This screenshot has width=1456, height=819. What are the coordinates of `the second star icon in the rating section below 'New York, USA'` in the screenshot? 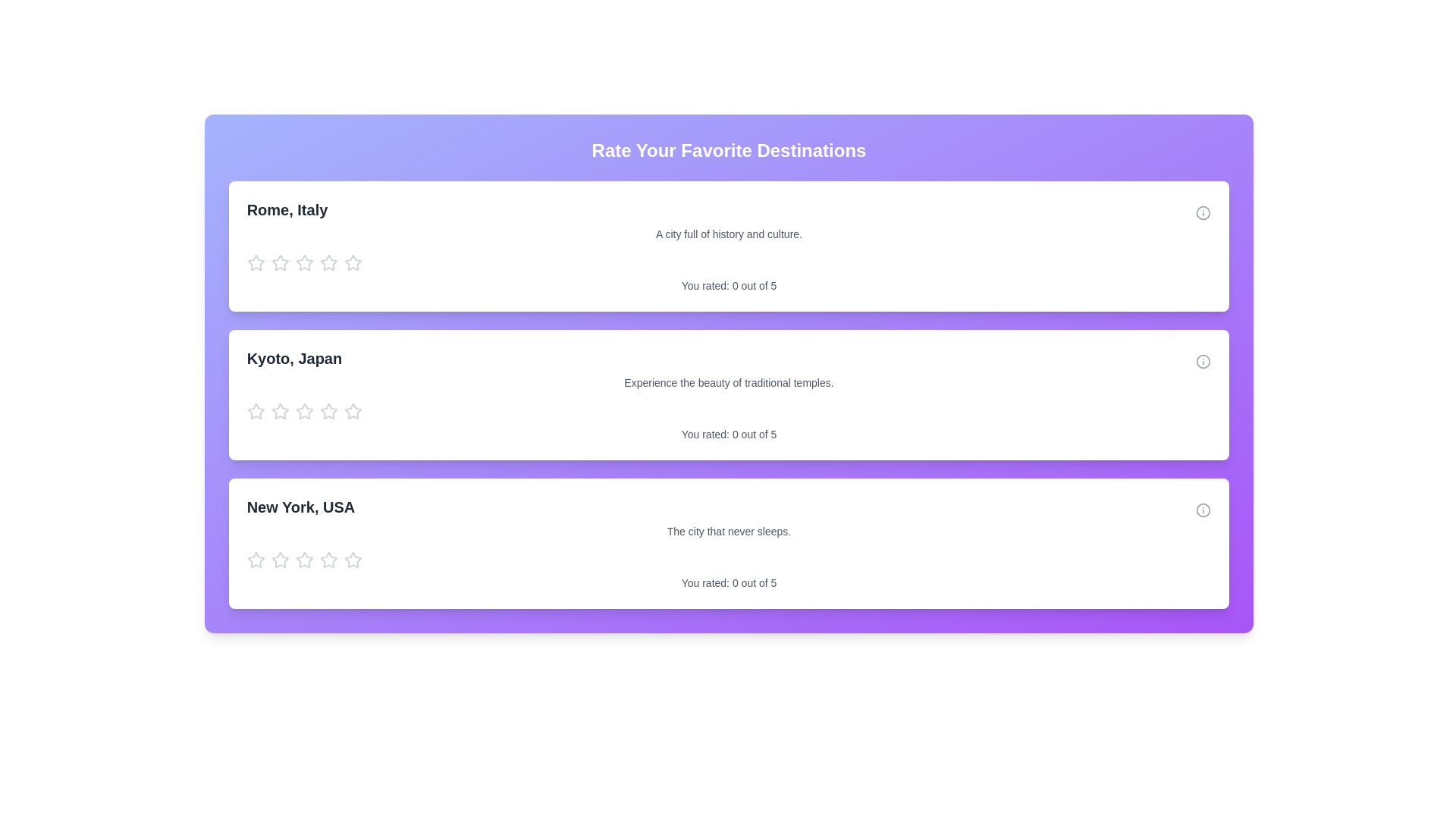 It's located at (280, 560).